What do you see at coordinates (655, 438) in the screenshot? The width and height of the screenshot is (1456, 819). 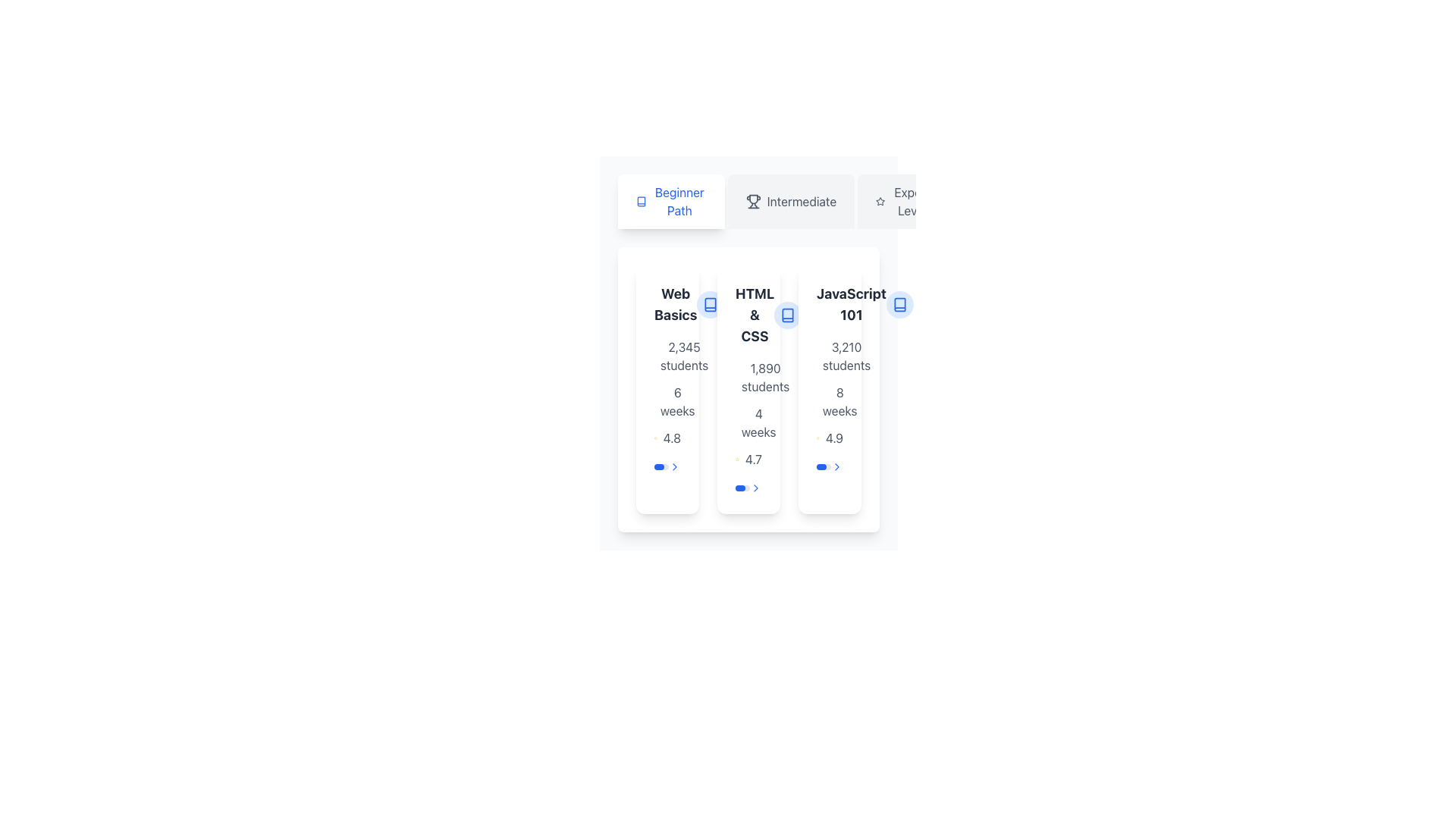 I see `the star icon representing a rating of '4.8' on the left side of the numerical rating text within a course information card` at bounding box center [655, 438].